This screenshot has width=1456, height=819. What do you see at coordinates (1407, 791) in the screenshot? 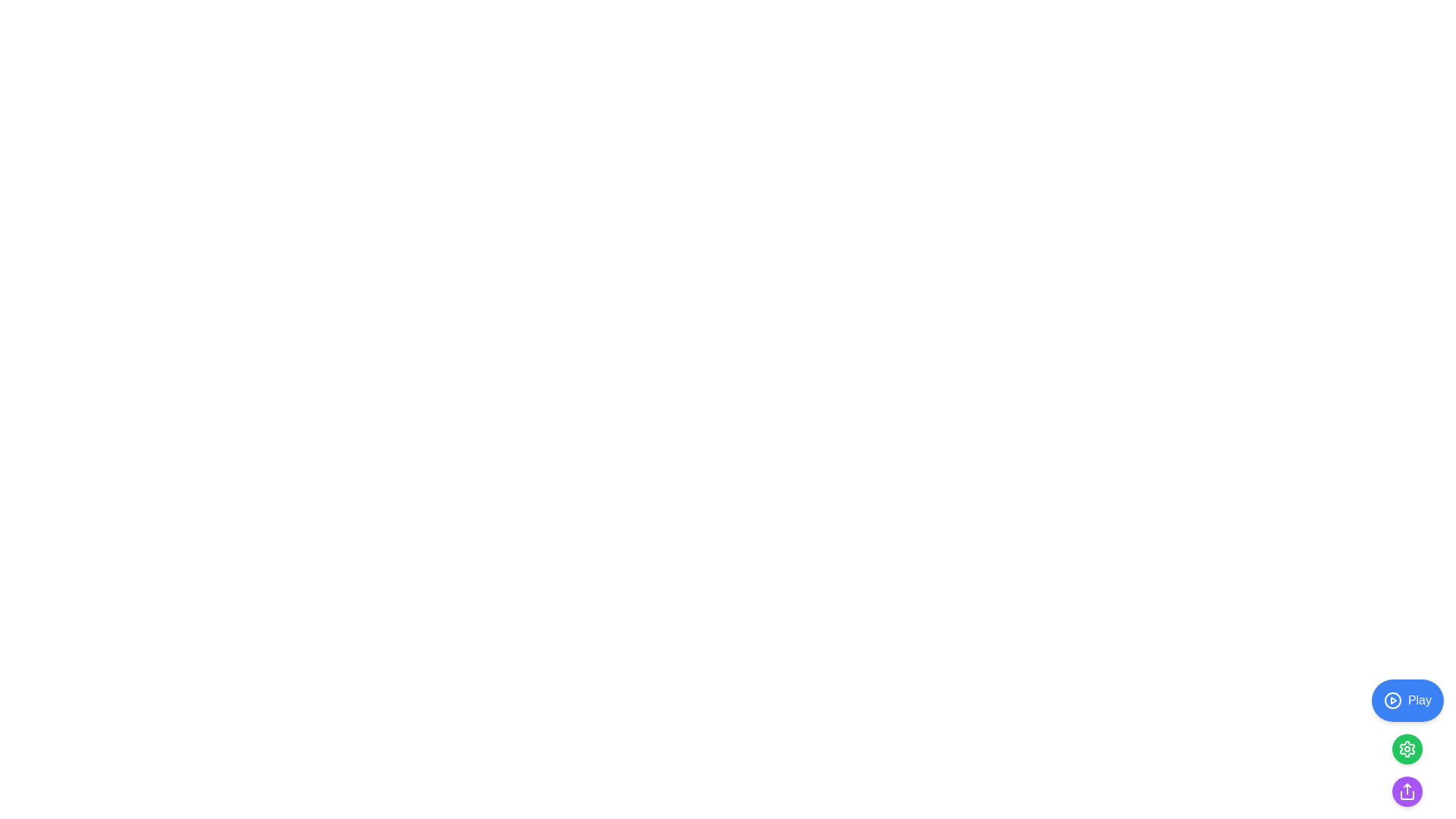
I see `the circular purple button with a white share icon at its center to initiate a share action` at bounding box center [1407, 791].